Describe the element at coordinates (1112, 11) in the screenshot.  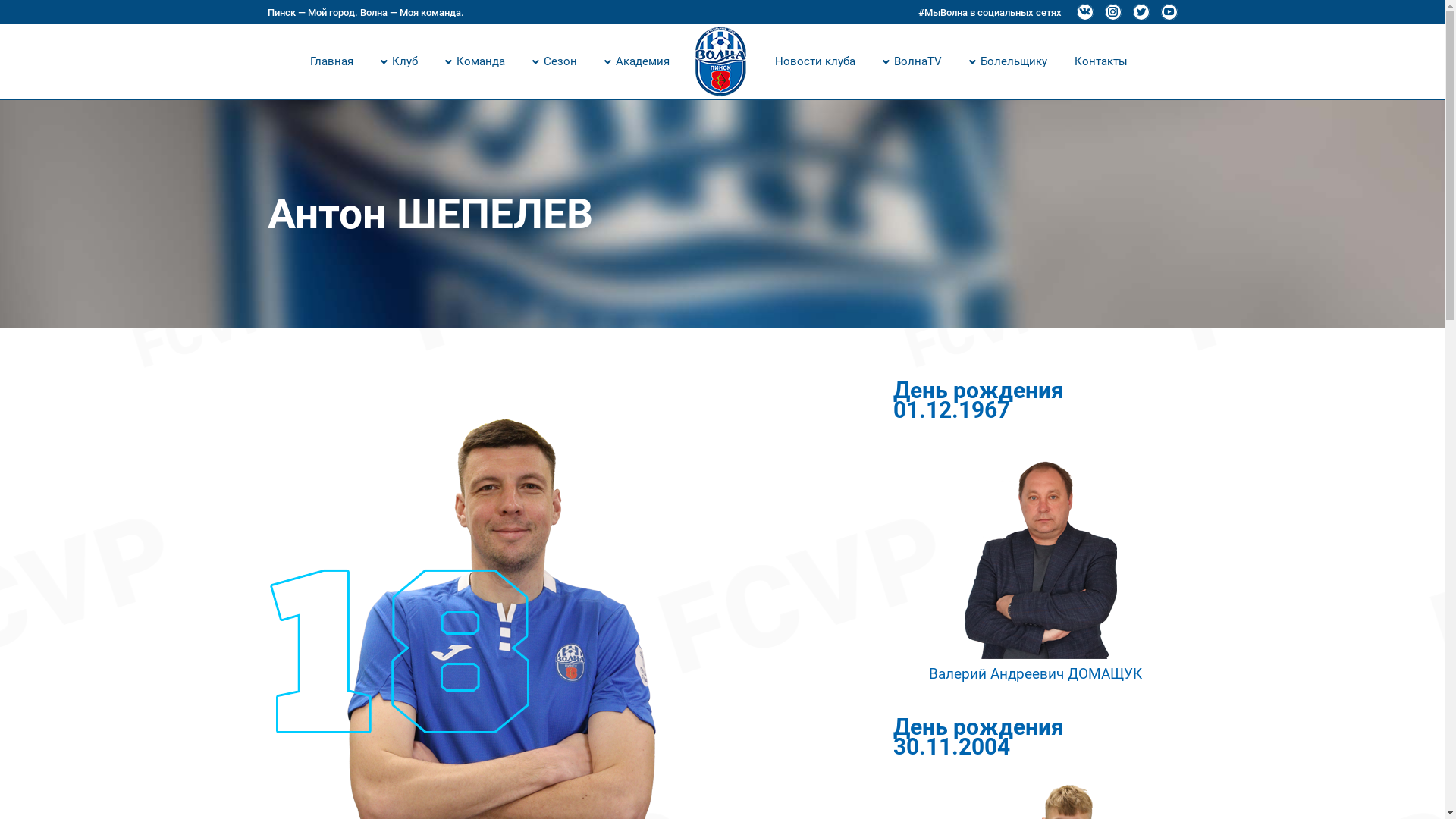
I see `'Instagram'` at that location.